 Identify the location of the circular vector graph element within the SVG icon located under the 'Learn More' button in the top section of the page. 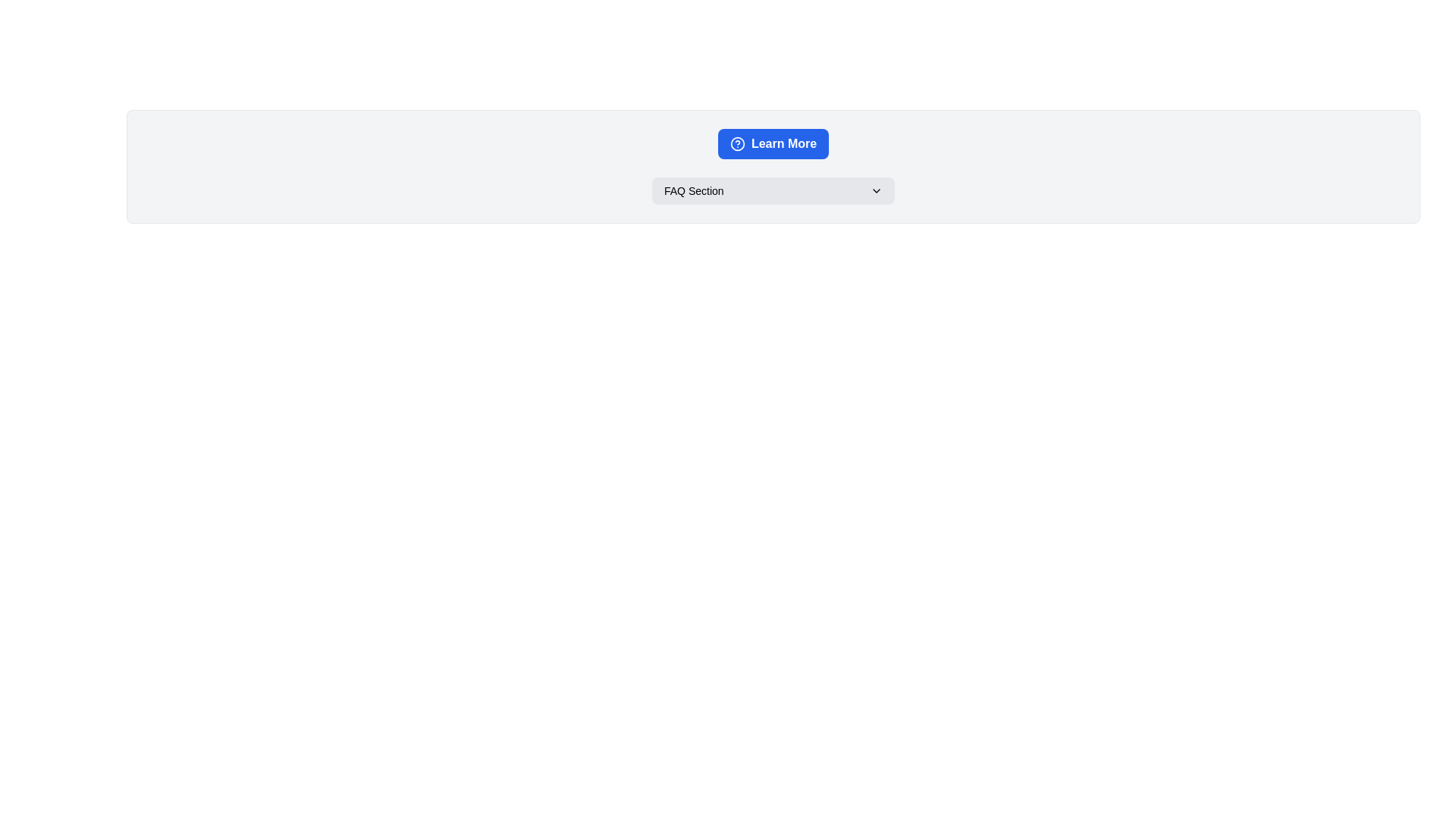
(737, 143).